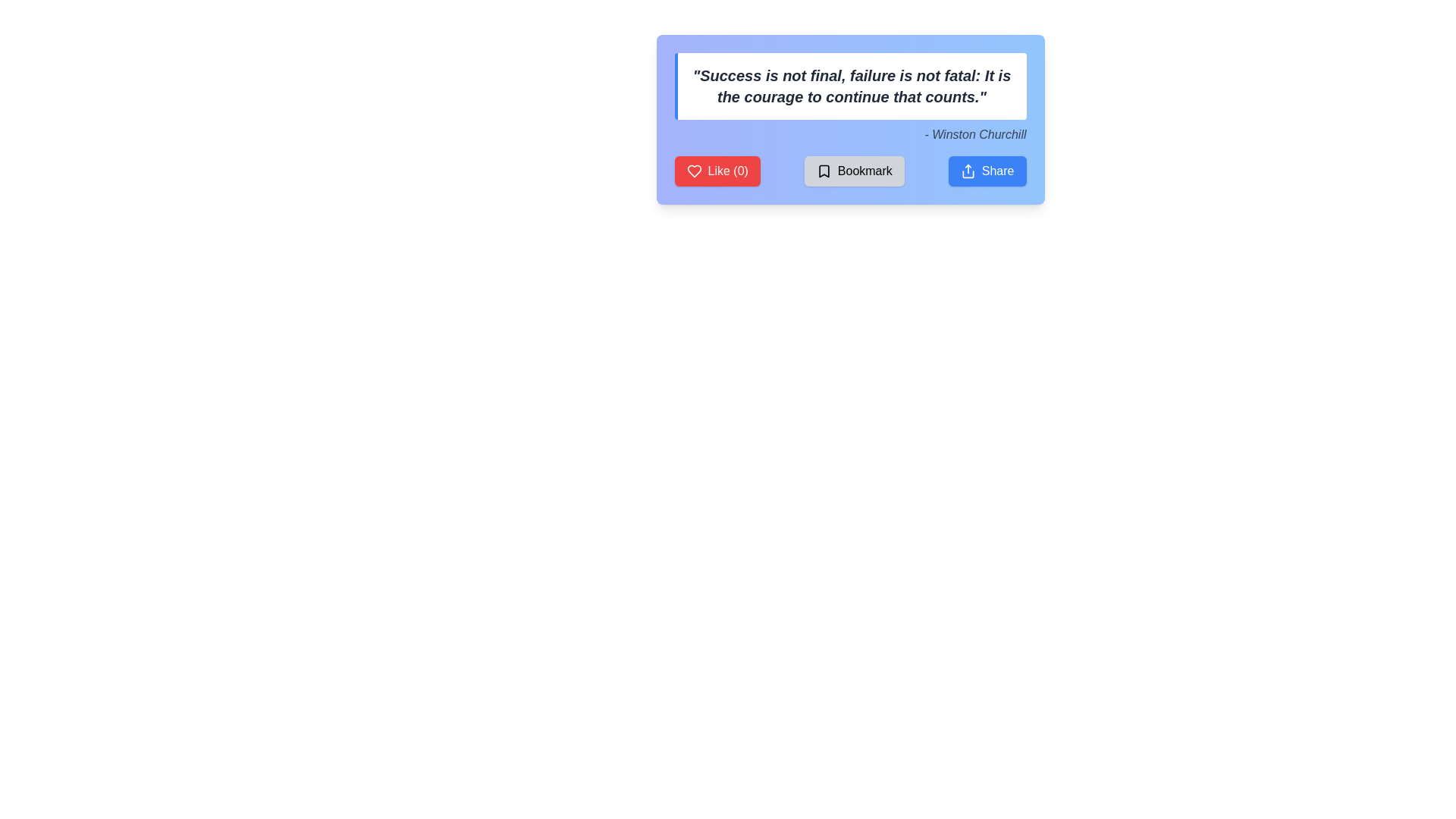 The image size is (1456, 819). Describe the element at coordinates (864, 171) in the screenshot. I see `the 'Bookmark' text label, which is styled in a standard sans-serif font with a light gray background, positioned between the 'Like' and 'Share' buttons` at that location.